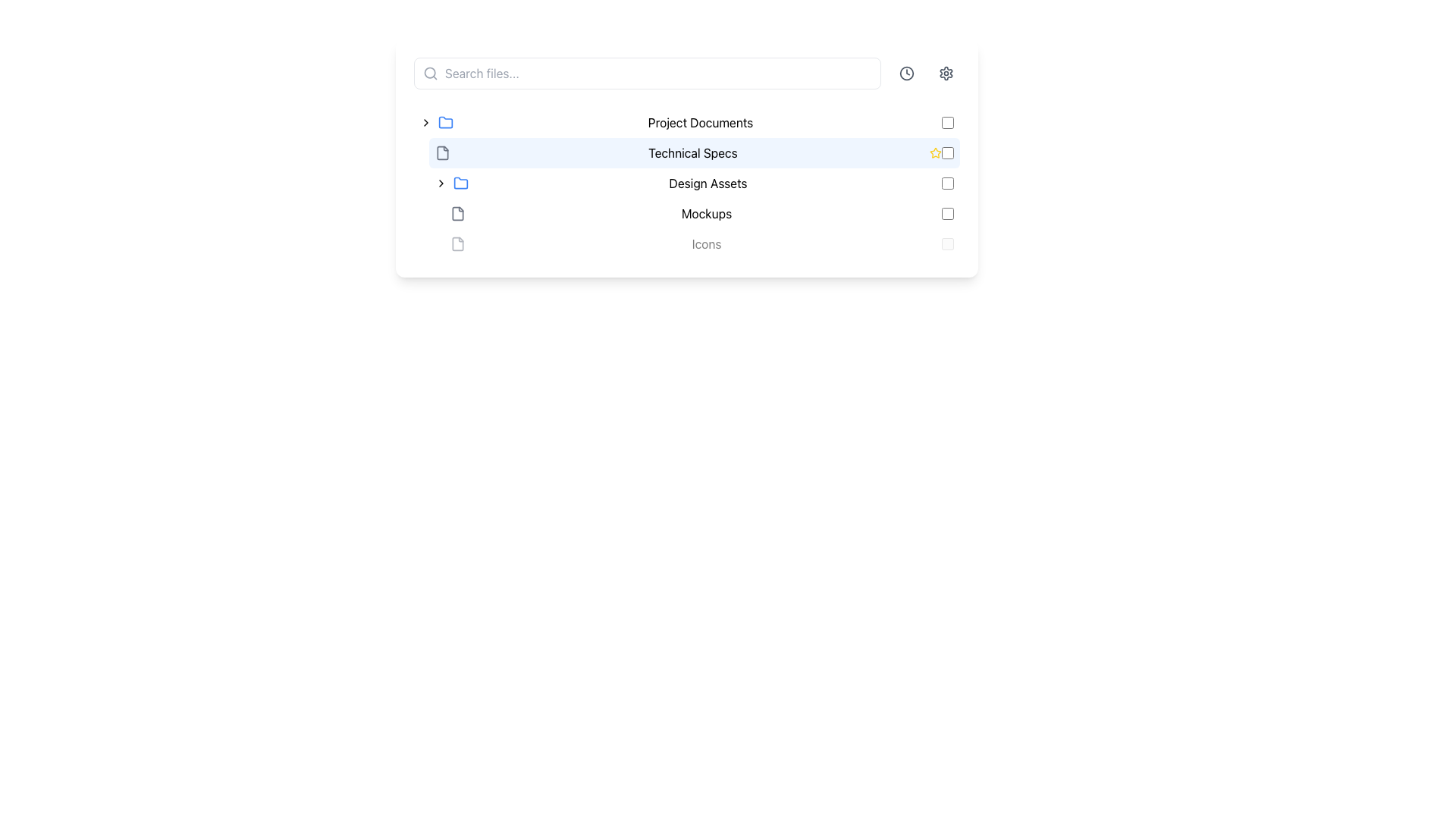 The height and width of the screenshot is (819, 1456). I want to click on the folder icon representing 'Project Documents', so click(445, 122).